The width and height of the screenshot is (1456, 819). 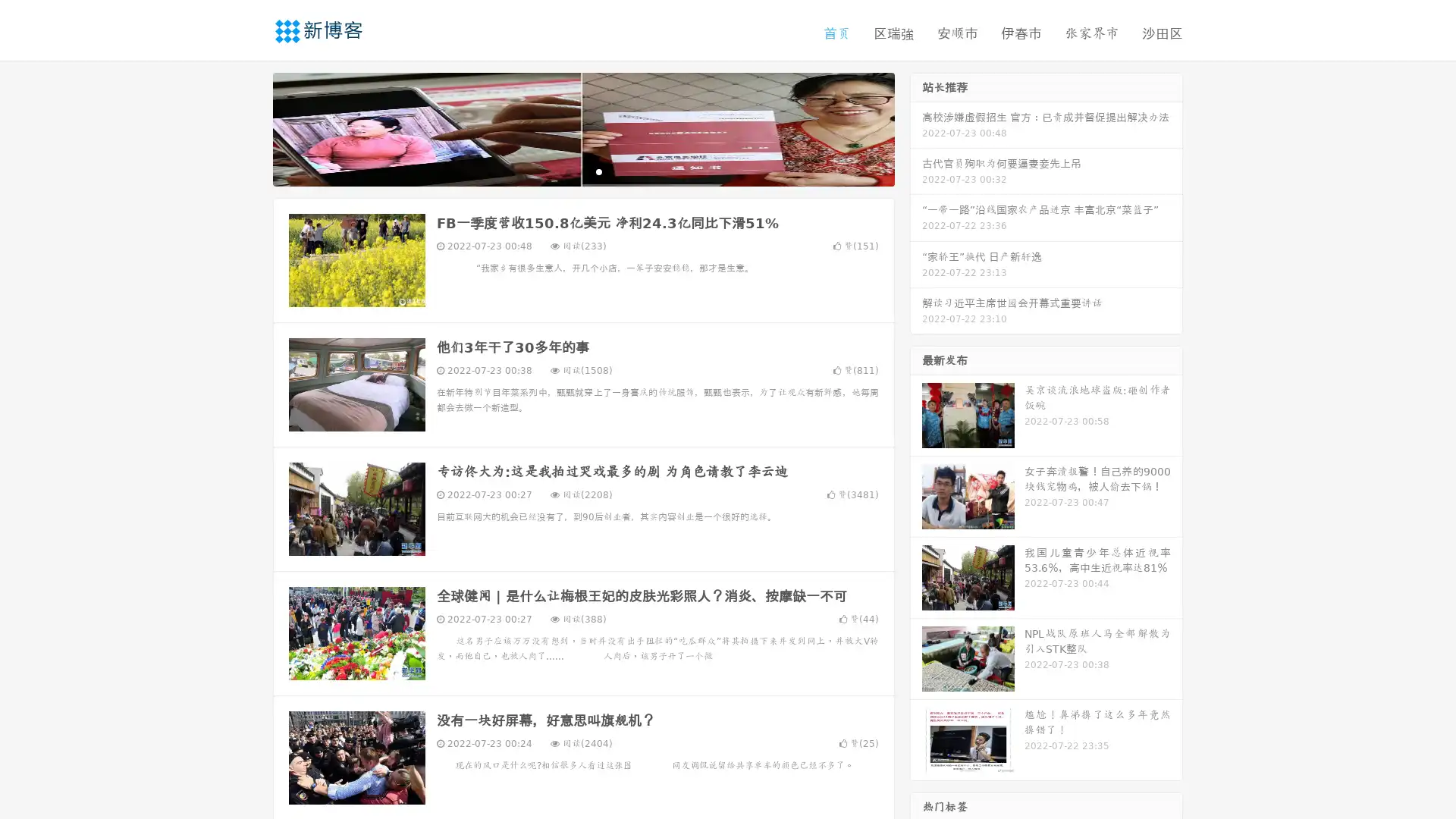 I want to click on Go to slide 1, so click(x=567, y=171).